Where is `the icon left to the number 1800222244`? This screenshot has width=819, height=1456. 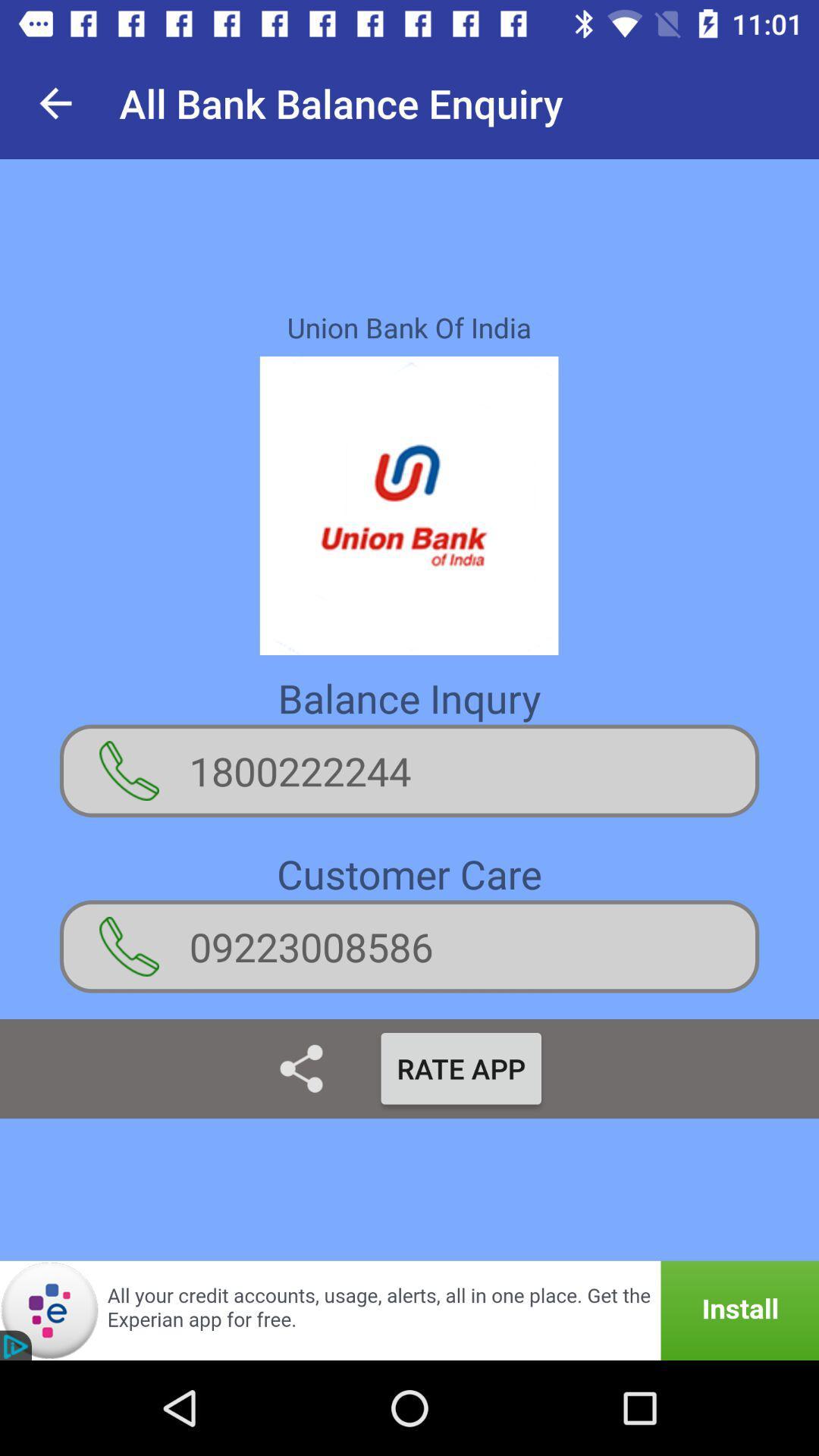
the icon left to the number 1800222244 is located at coordinates (128, 770).